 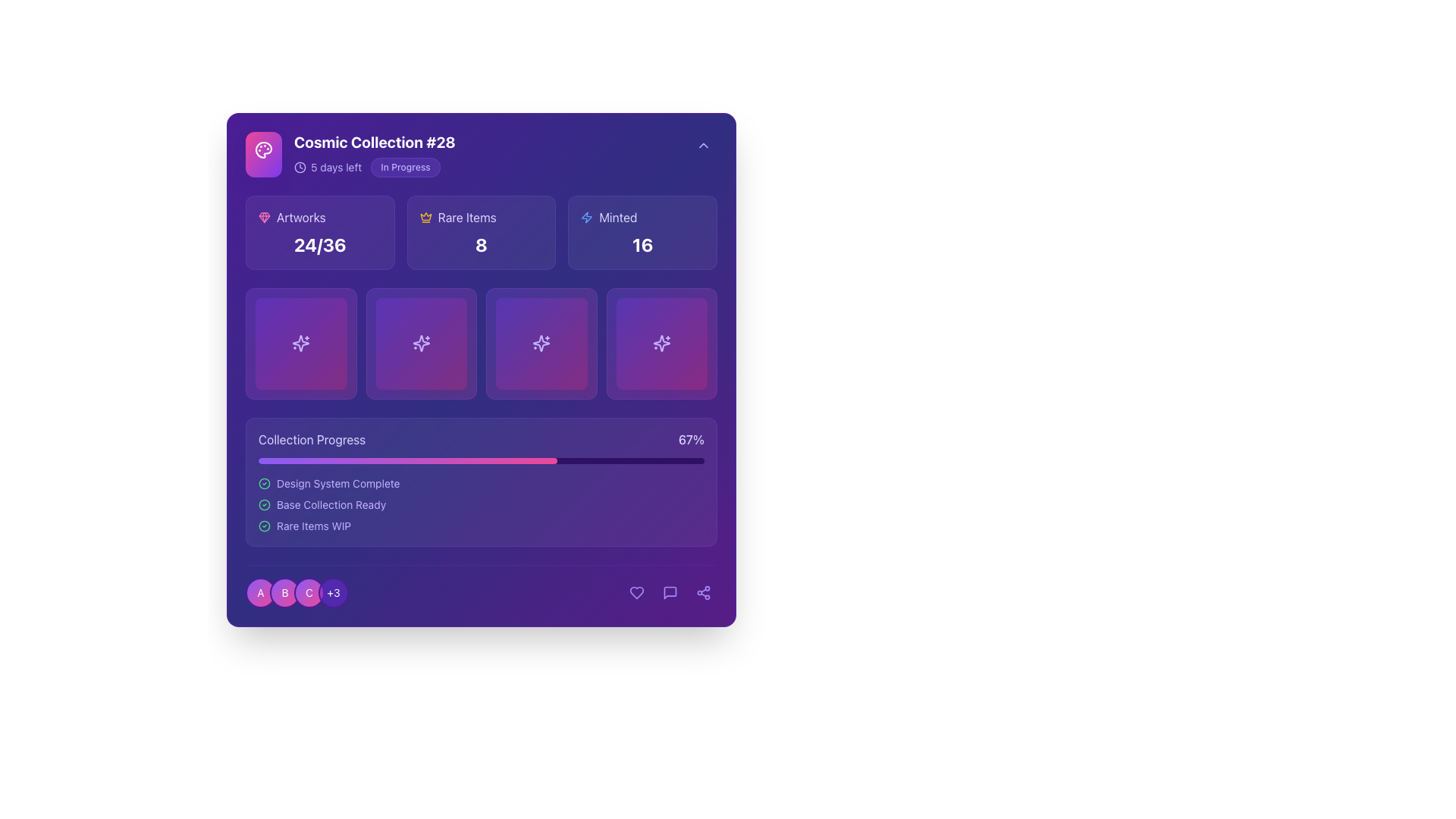 I want to click on the 'like' or 'favorite' button located in the bottom-right section of the interface, so click(x=637, y=591).